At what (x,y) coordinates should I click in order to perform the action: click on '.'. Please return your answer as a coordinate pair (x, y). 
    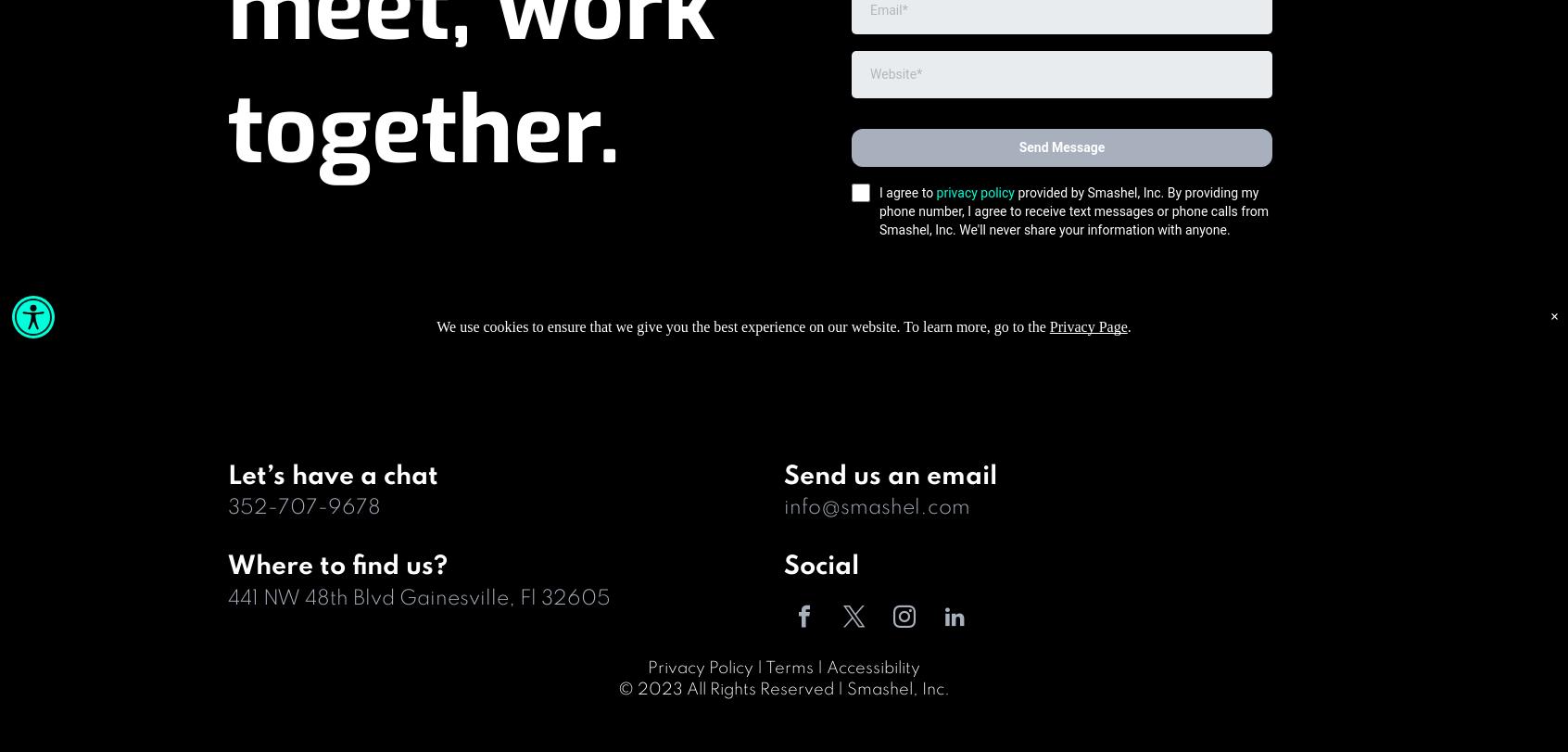
    Looking at the image, I should click on (1129, 326).